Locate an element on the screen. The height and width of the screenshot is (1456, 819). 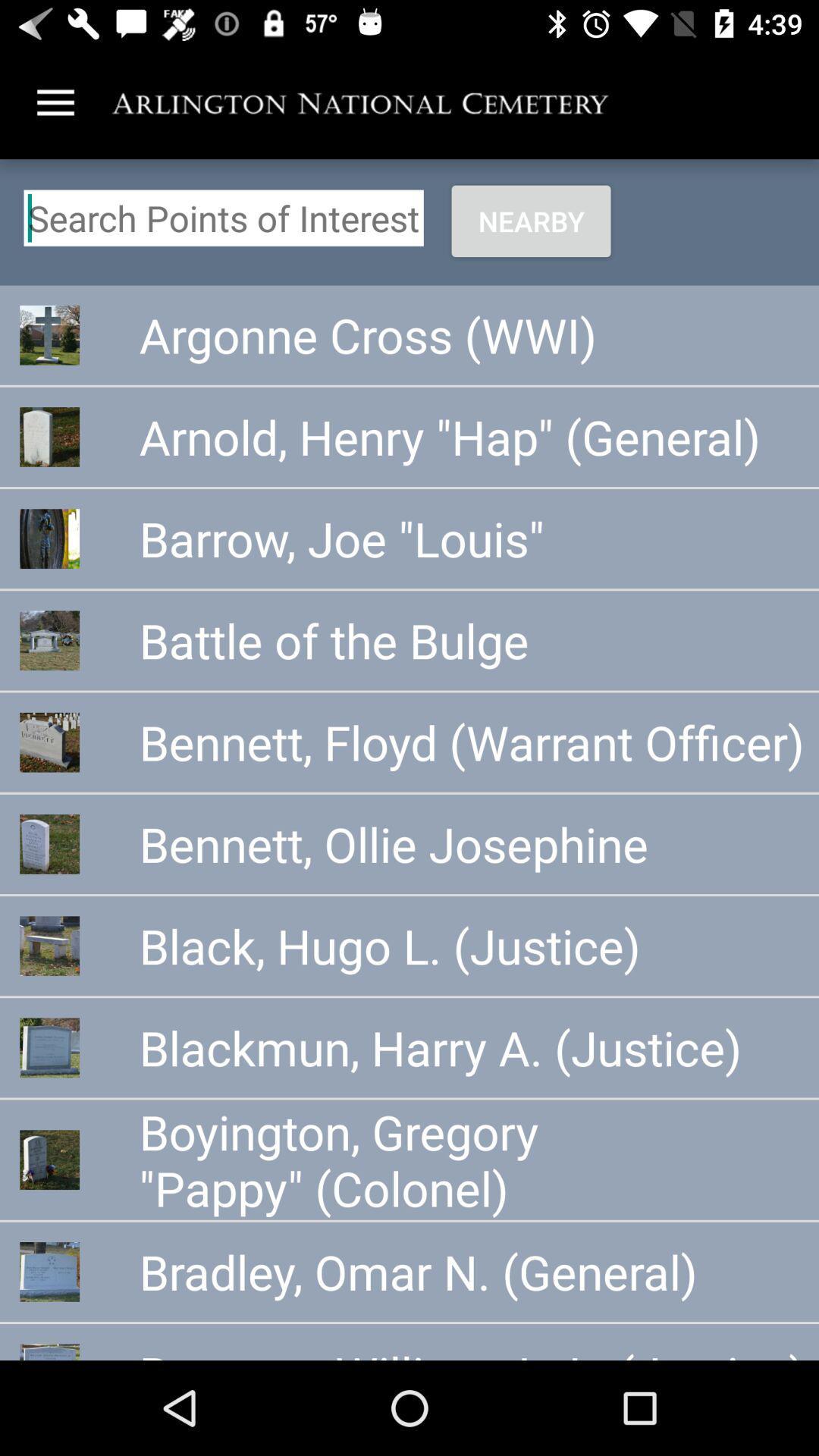
search this site is located at coordinates (224, 217).